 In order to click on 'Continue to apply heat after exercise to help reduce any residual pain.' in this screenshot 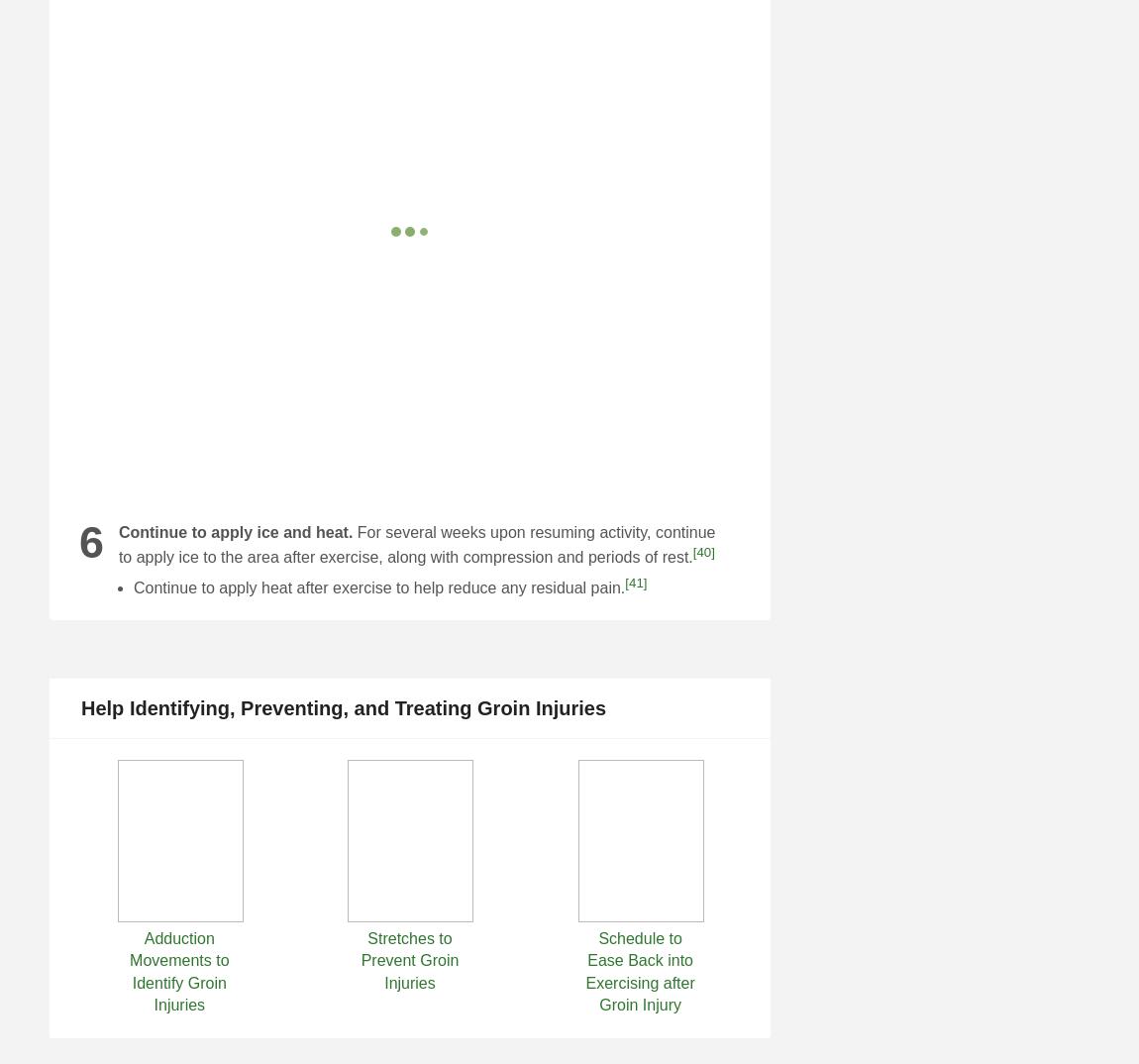, I will do `click(133, 587)`.